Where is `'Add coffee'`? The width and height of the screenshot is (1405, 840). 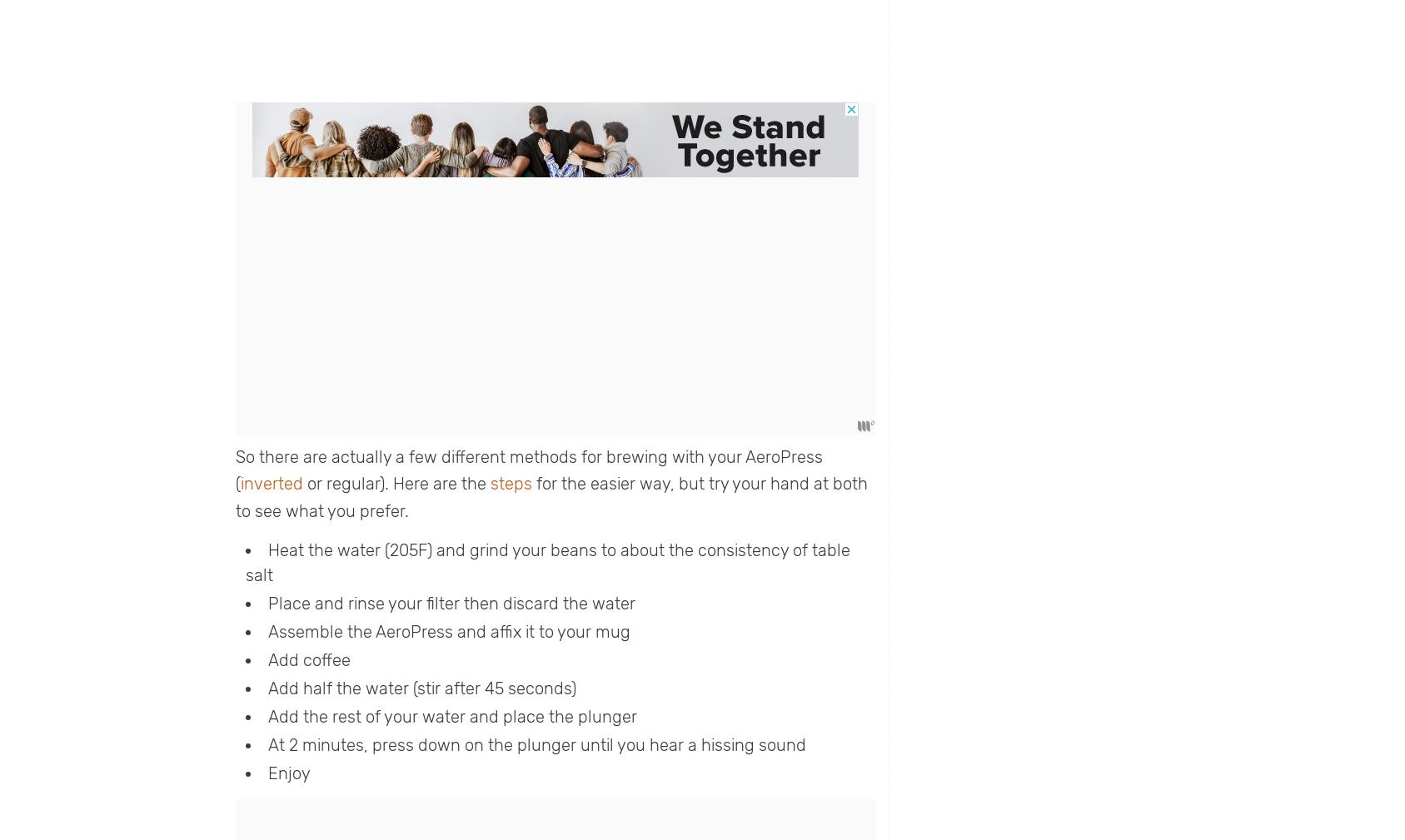 'Add coffee' is located at coordinates (309, 659).